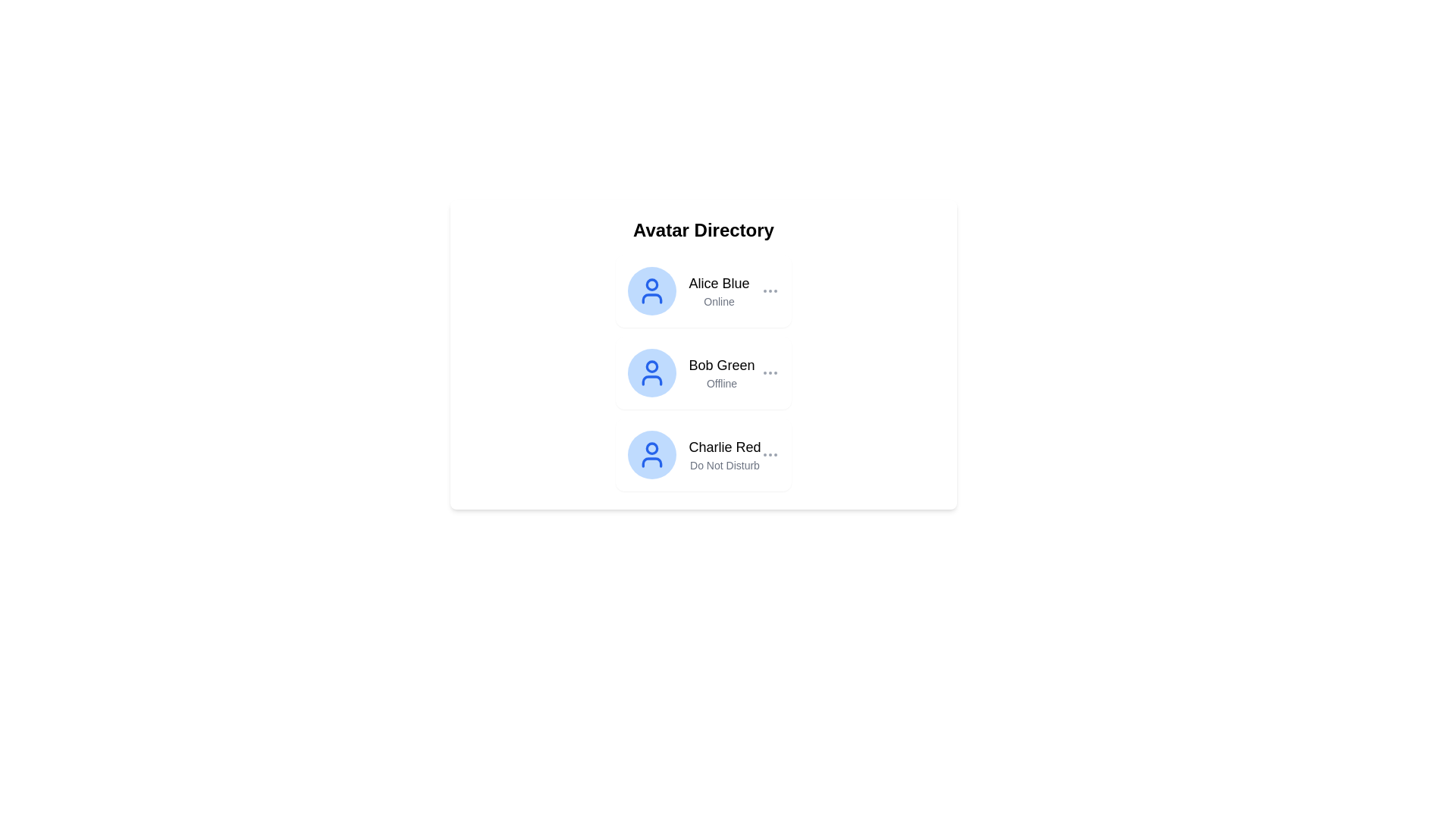 The image size is (1456, 819). Describe the element at coordinates (702, 373) in the screenshot. I see `the second user card in the 'Avatar Directory' list` at that location.